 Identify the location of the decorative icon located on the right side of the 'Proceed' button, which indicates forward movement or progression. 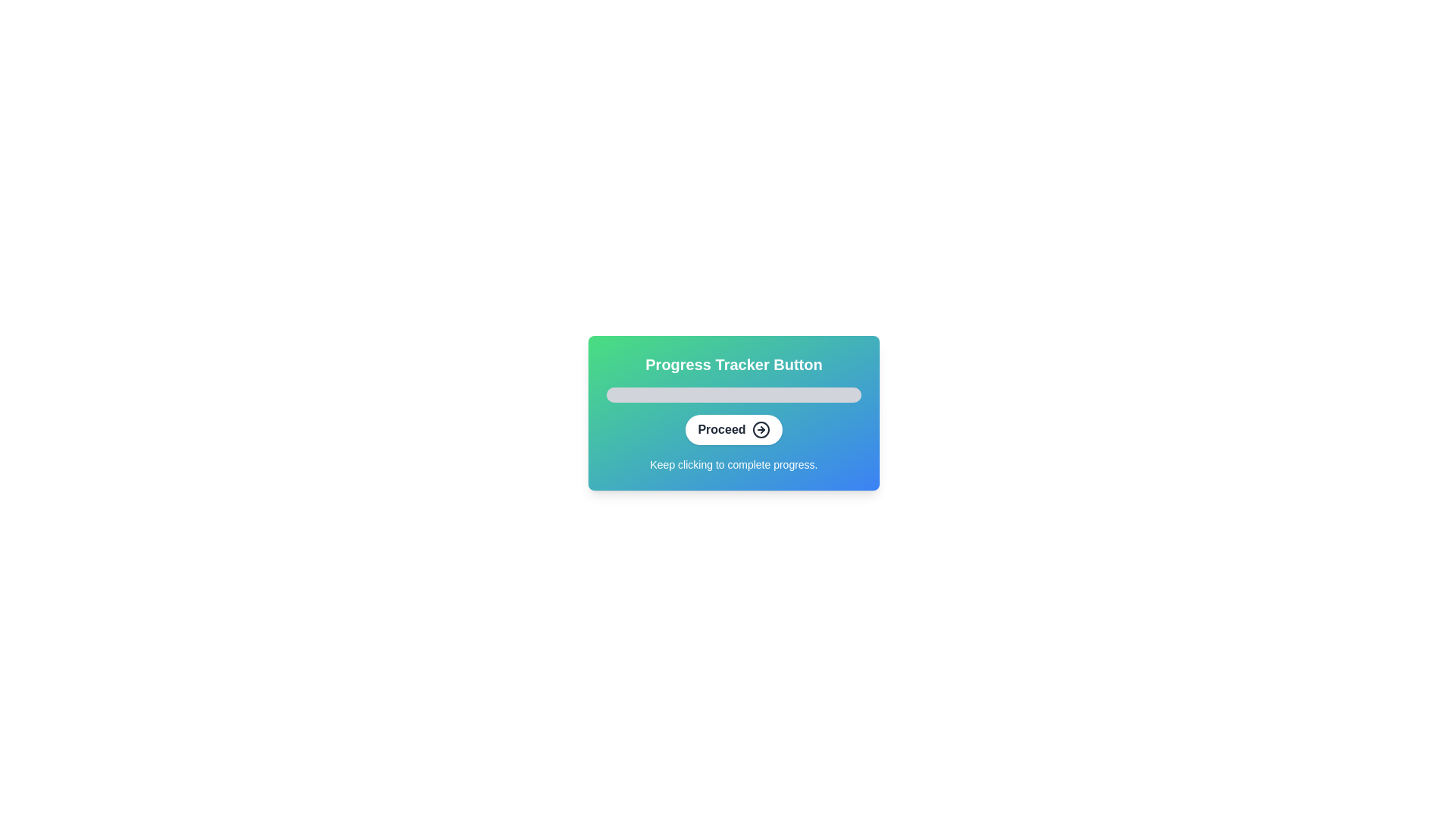
(761, 430).